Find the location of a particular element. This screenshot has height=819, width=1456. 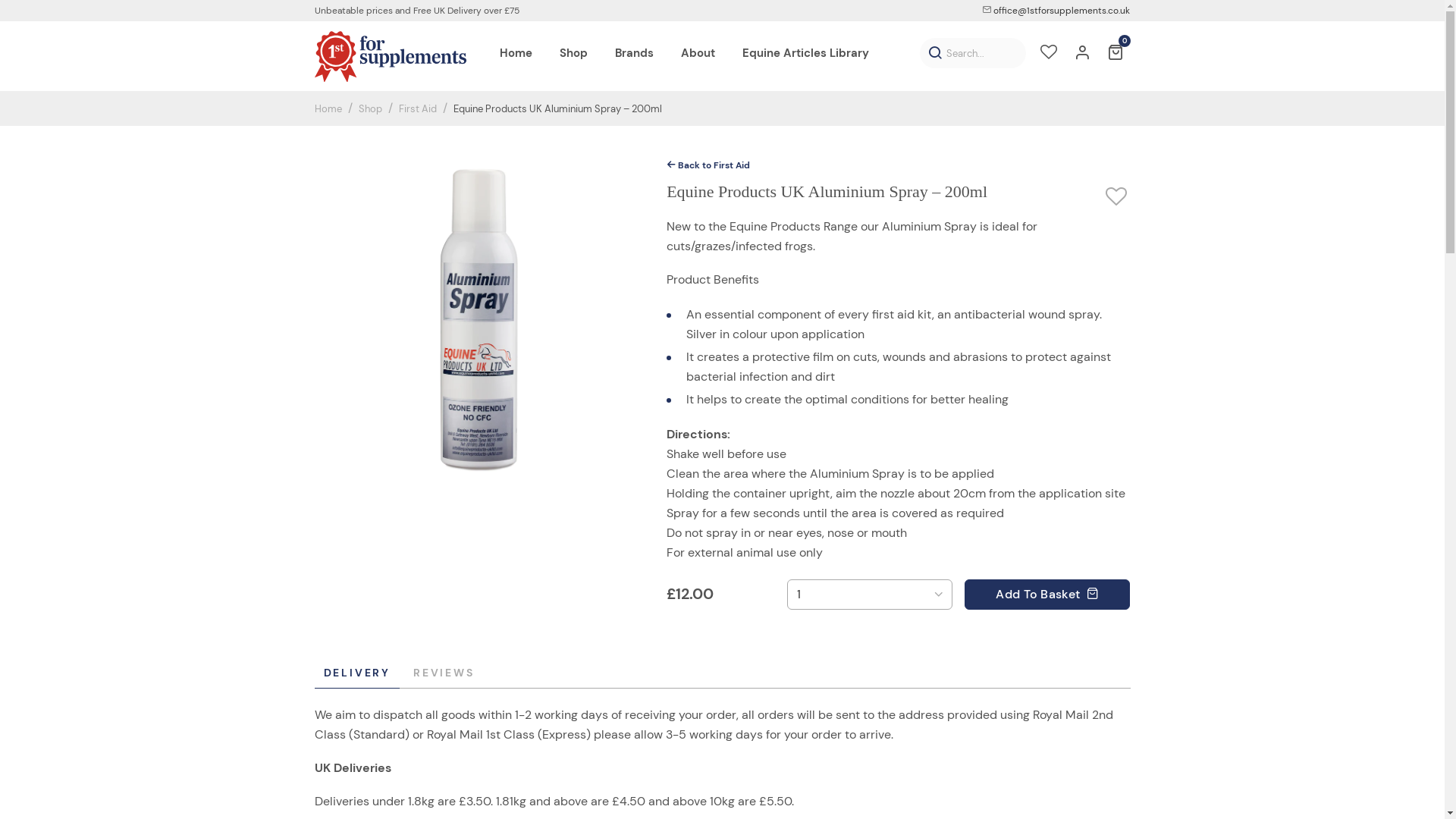

'REVIEWS' is located at coordinates (443, 672).